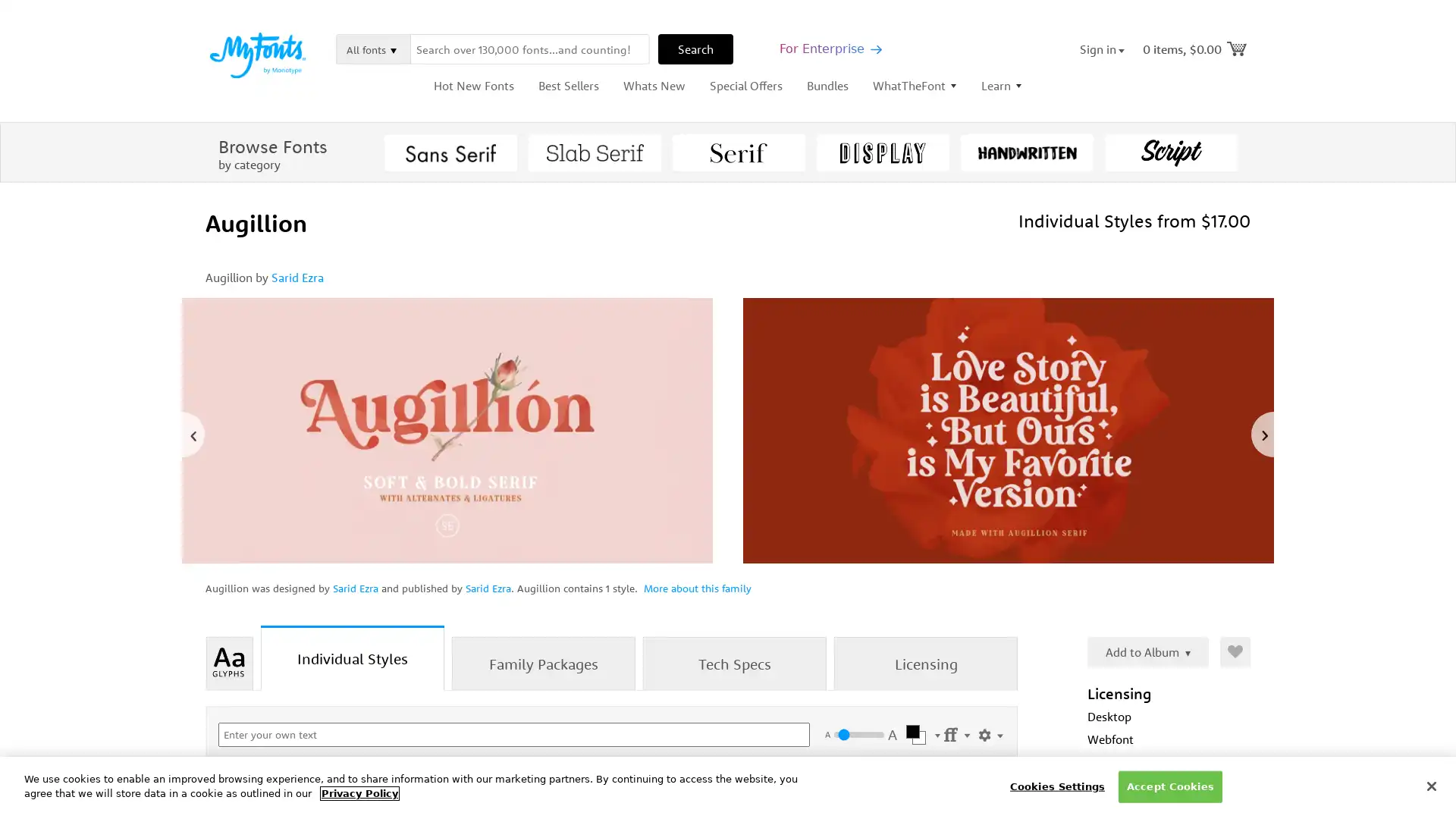 The width and height of the screenshot is (1456, 819). I want to click on Search, so click(695, 49).